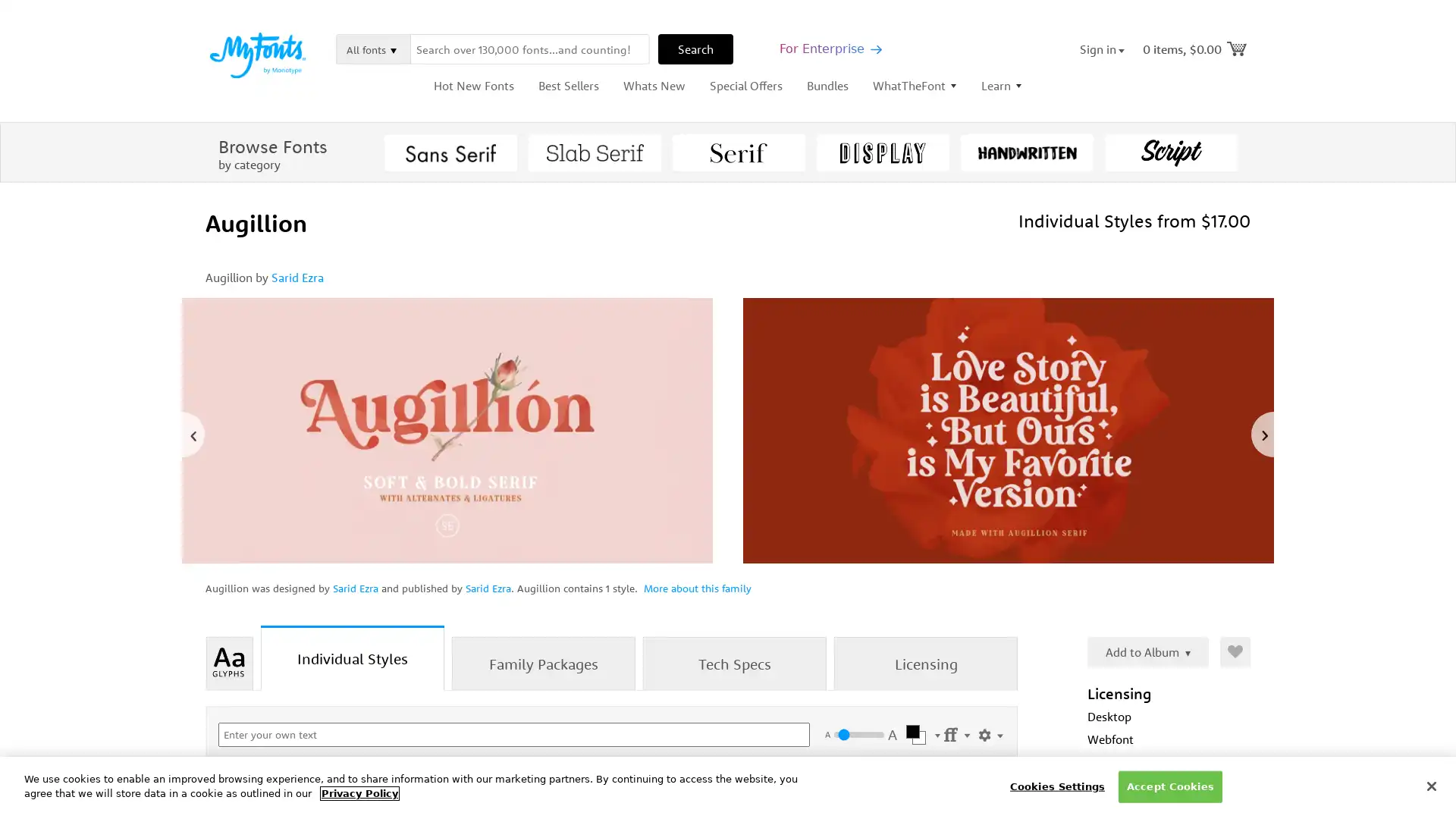 The width and height of the screenshot is (1456, 819). I want to click on Search, so click(695, 49).